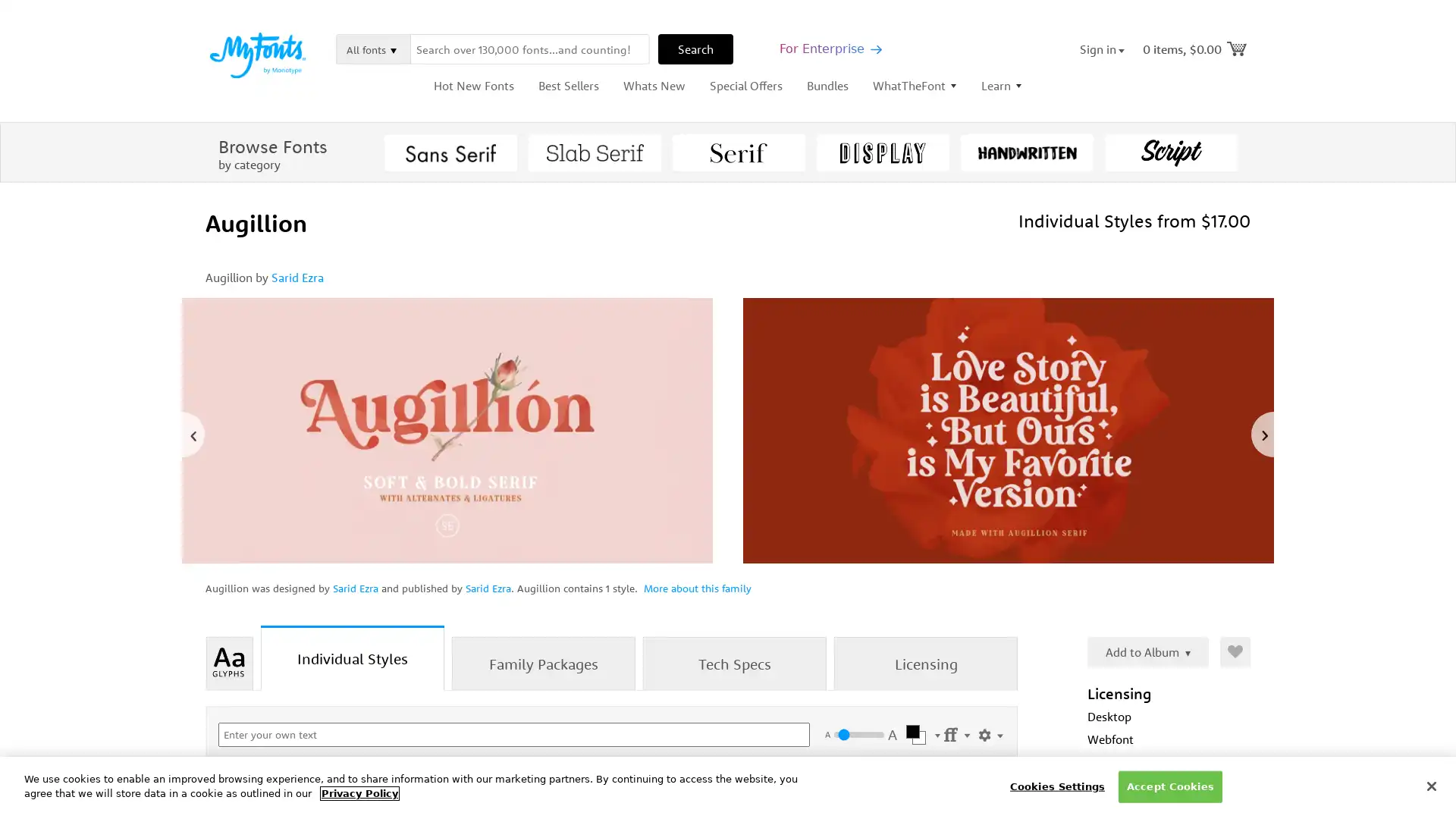 The width and height of the screenshot is (1456, 819). I want to click on Search, so click(695, 49).